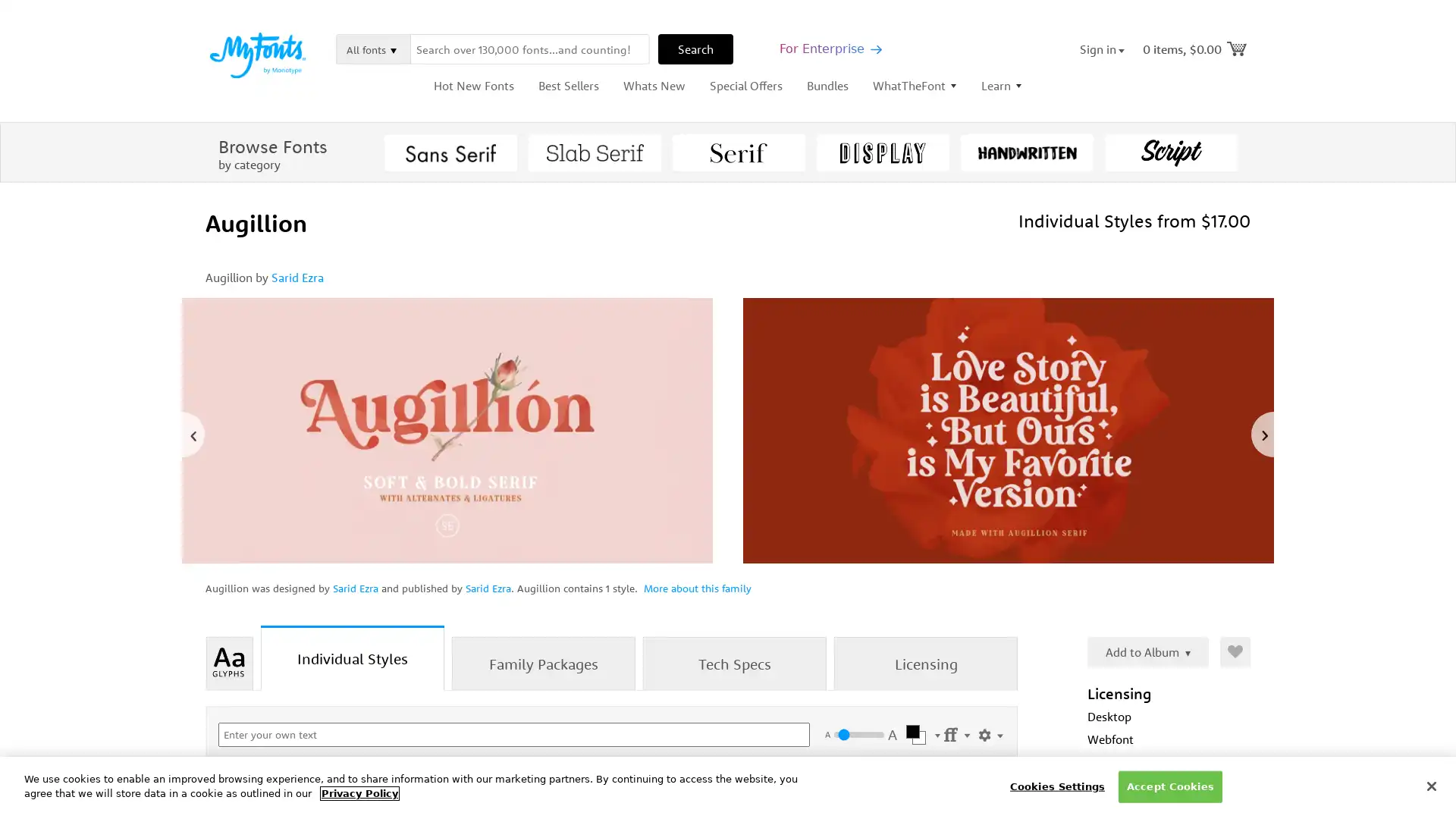 The width and height of the screenshot is (1456, 819). I want to click on Search, so click(695, 49).